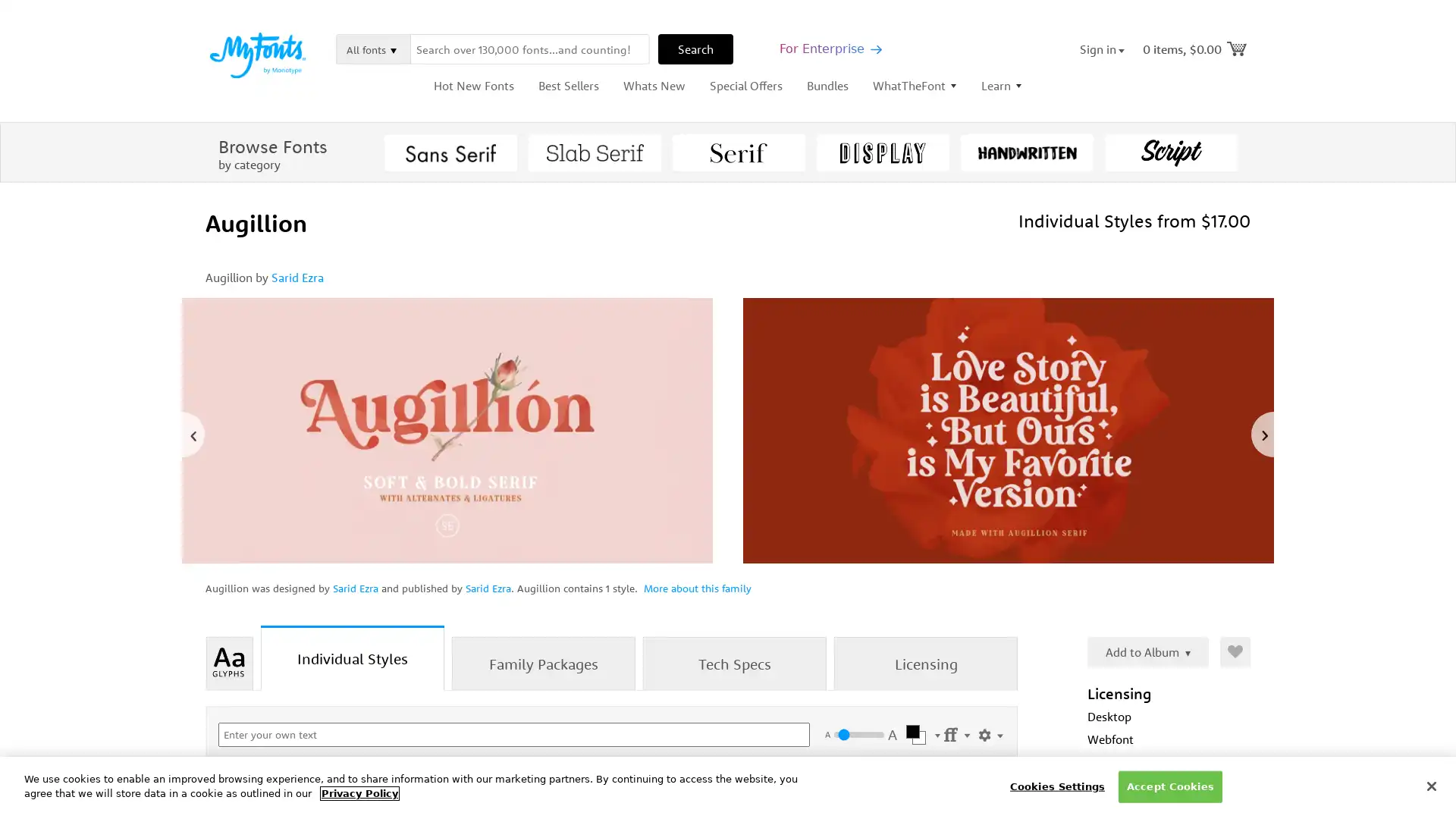 The width and height of the screenshot is (1456, 819). I want to click on Search, so click(695, 49).